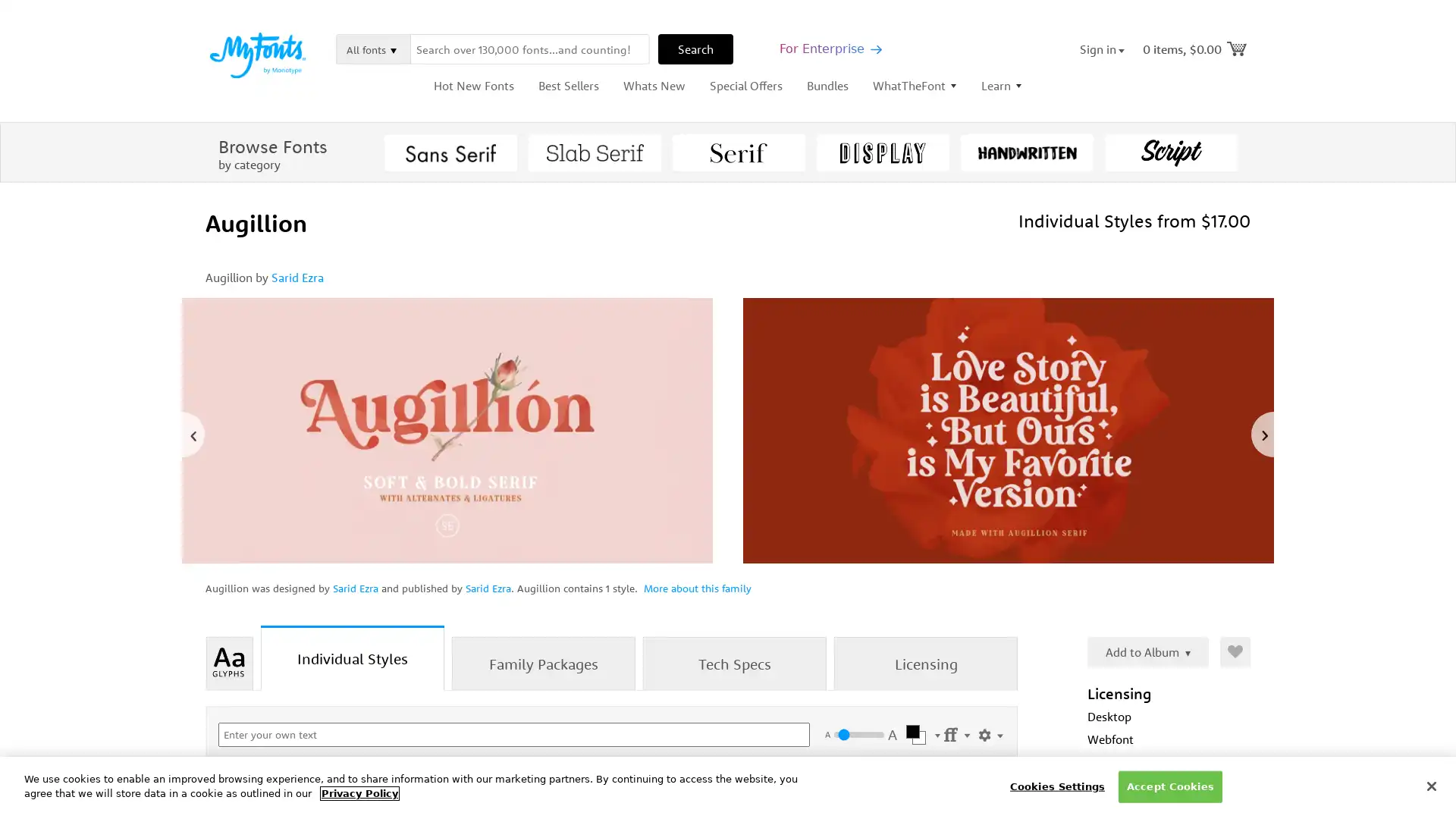 The width and height of the screenshot is (1456, 819). I want to click on Search, so click(695, 49).